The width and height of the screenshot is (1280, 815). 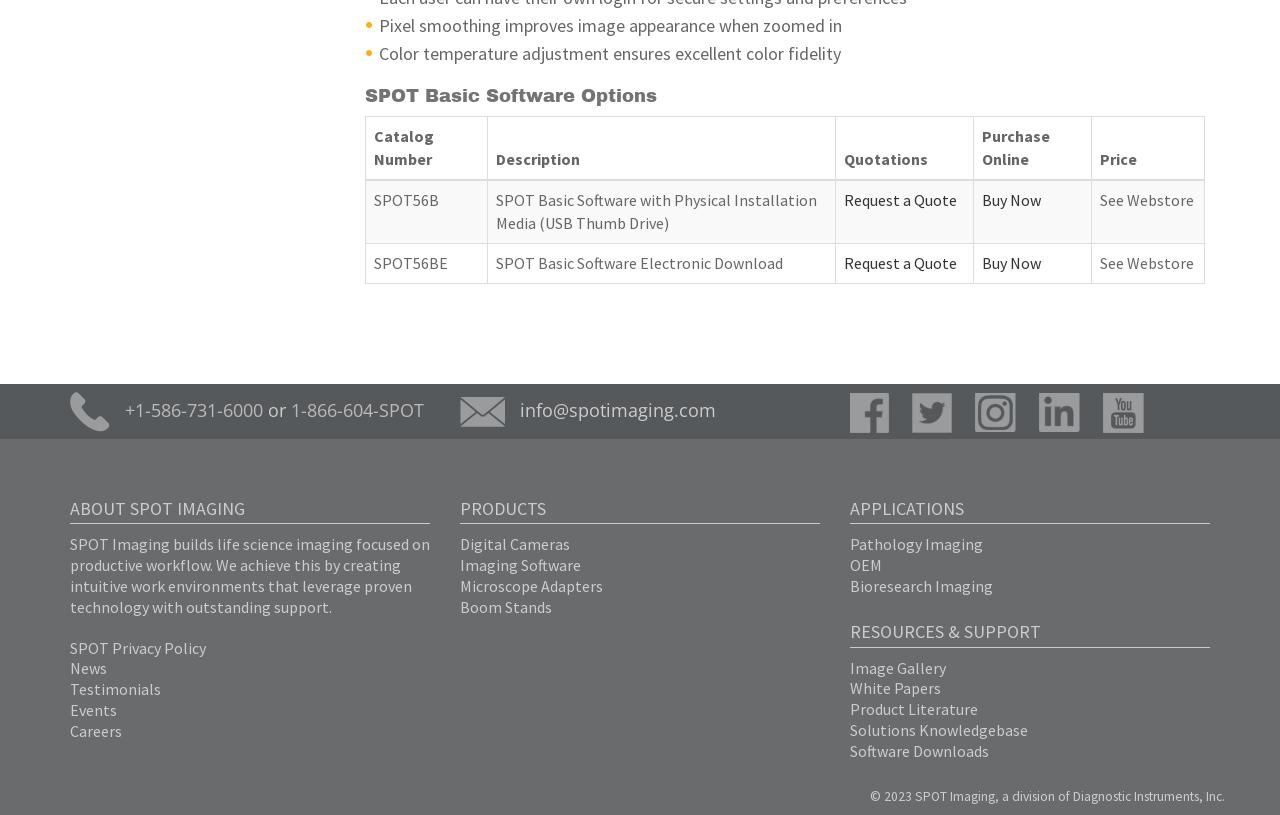 I want to click on 'SPOT Basic Software Electronic Download', so click(x=637, y=262).